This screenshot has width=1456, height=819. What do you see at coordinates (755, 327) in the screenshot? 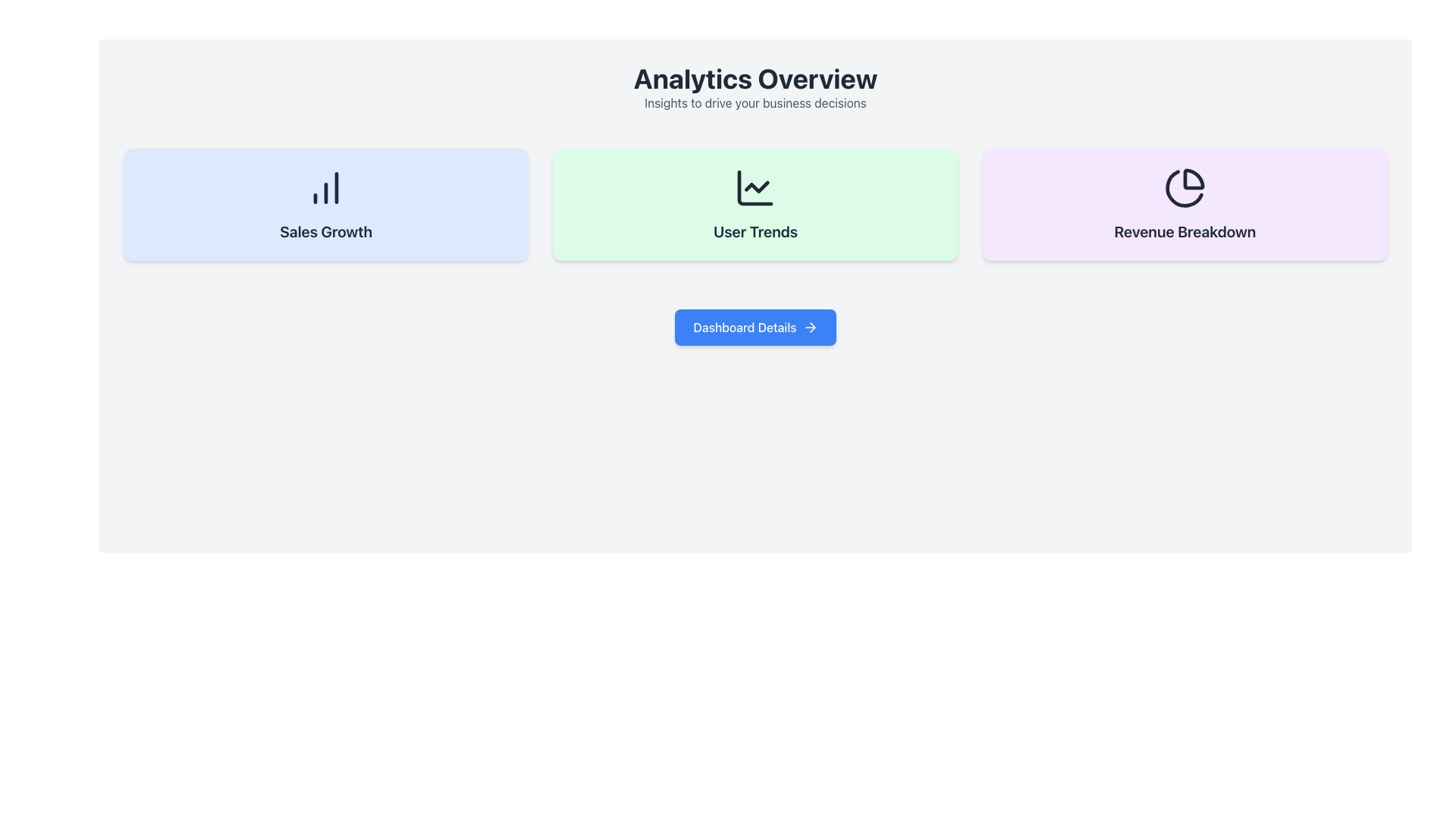
I see `the blue button labeled 'Dashboard Details'` at bounding box center [755, 327].